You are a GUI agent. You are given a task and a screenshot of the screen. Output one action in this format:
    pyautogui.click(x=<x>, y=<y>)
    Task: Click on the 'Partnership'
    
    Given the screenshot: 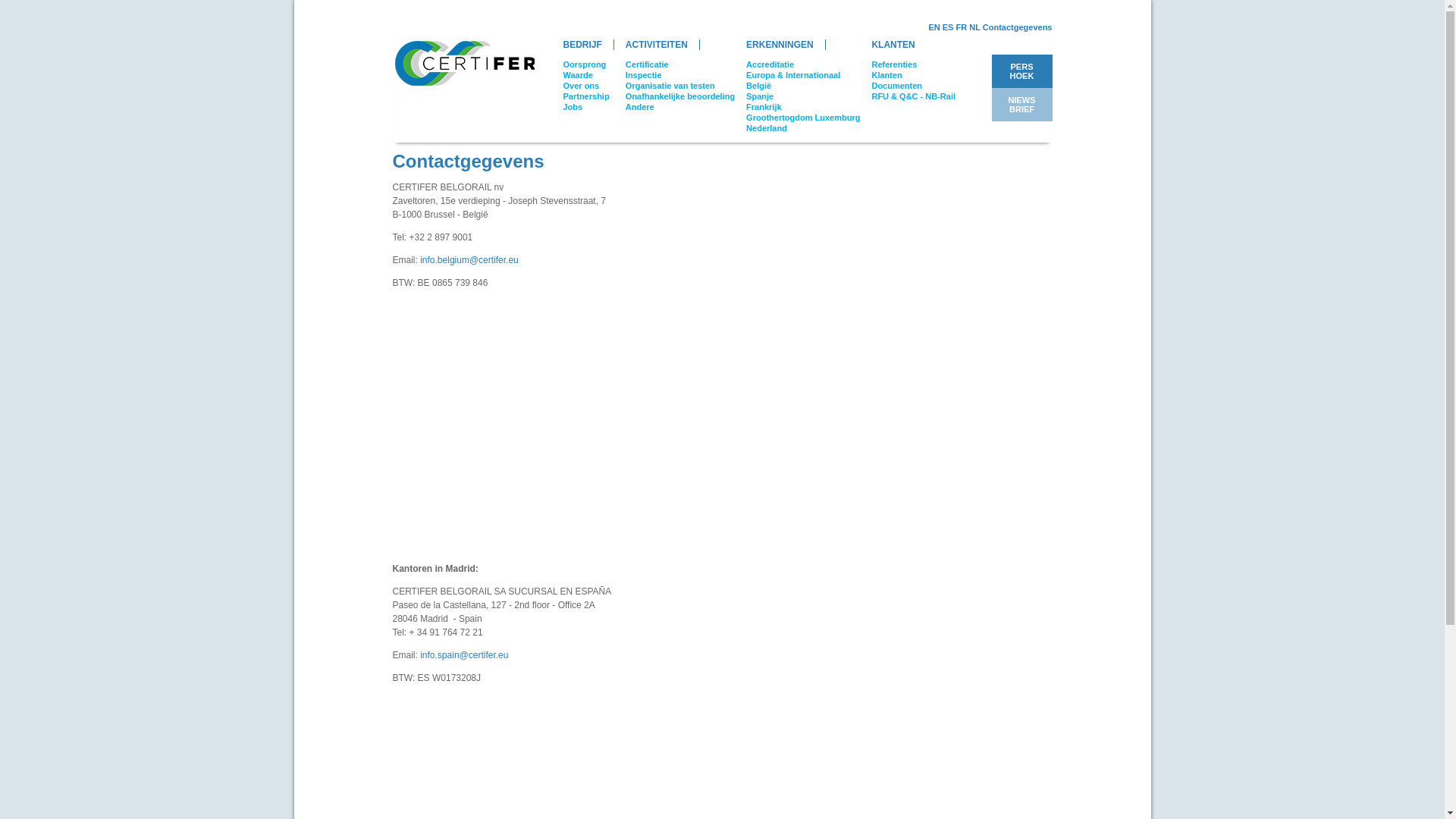 What is the action you would take?
    pyautogui.click(x=585, y=96)
    